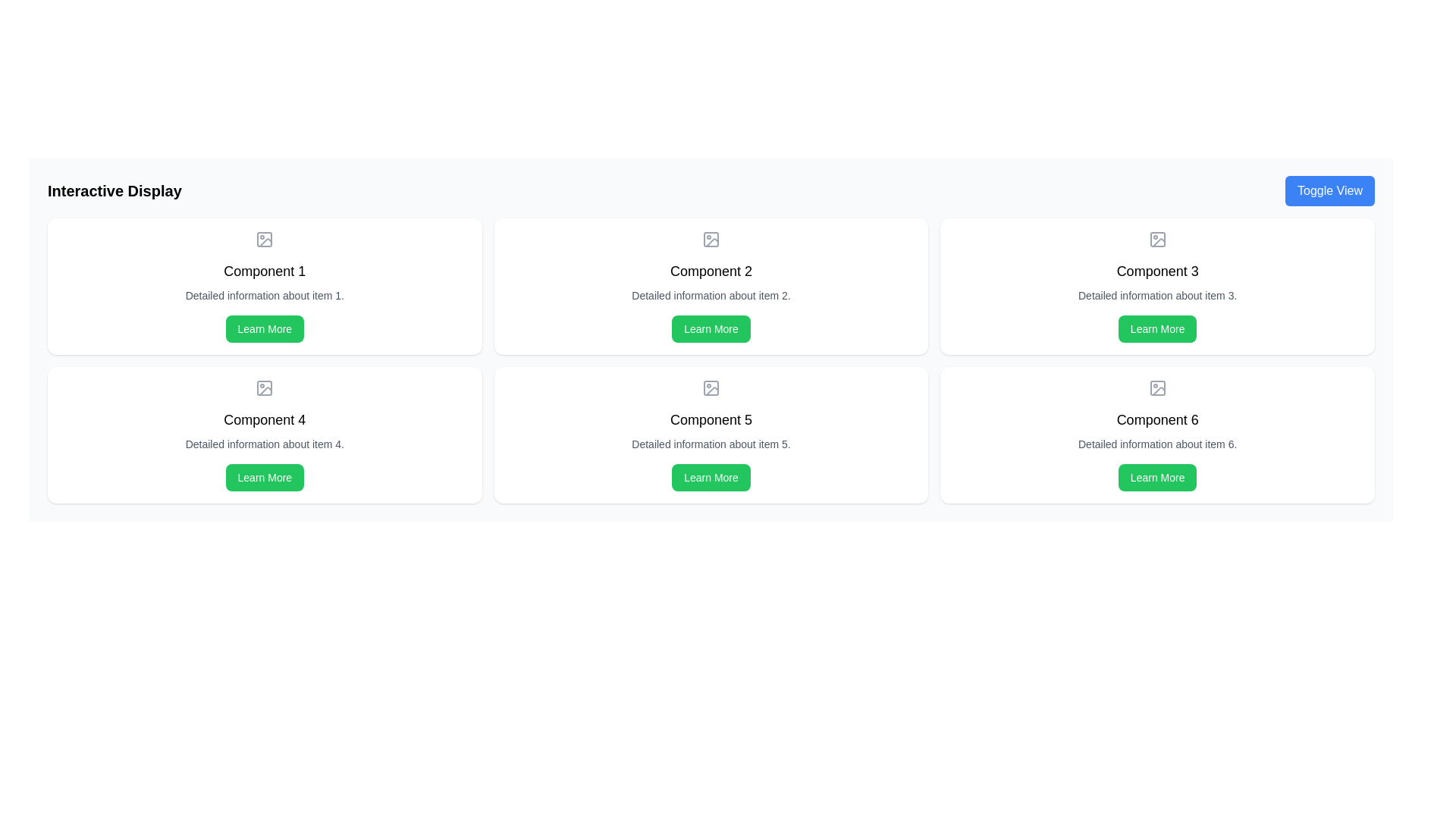 The image size is (1456, 819). Describe the element at coordinates (1156, 295) in the screenshot. I see `the text label reading 'Detailed information about item 3.' which is centered within the card labeled 'Component 3'` at that location.